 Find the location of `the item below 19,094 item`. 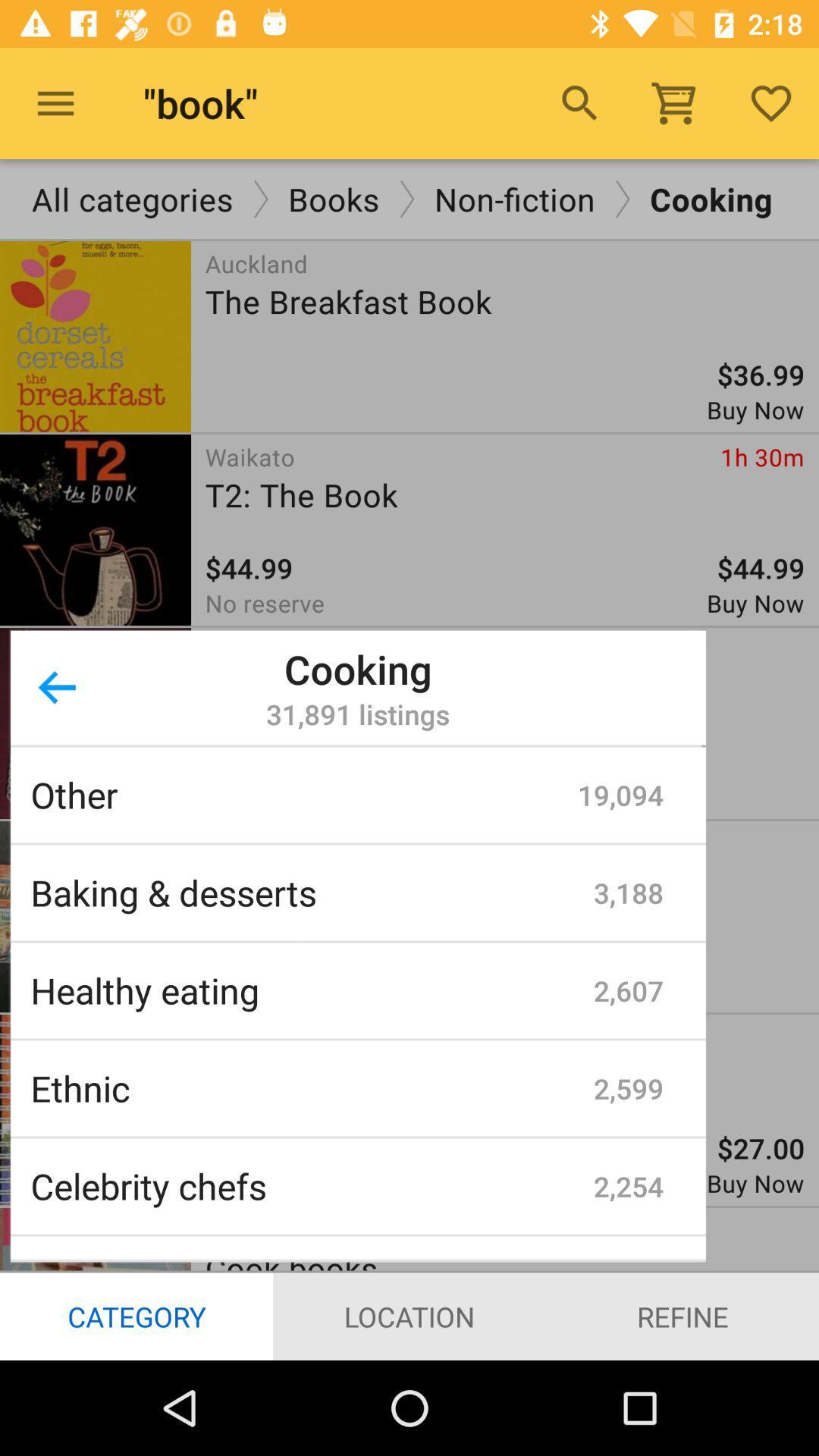

the item below 19,094 item is located at coordinates (629, 893).